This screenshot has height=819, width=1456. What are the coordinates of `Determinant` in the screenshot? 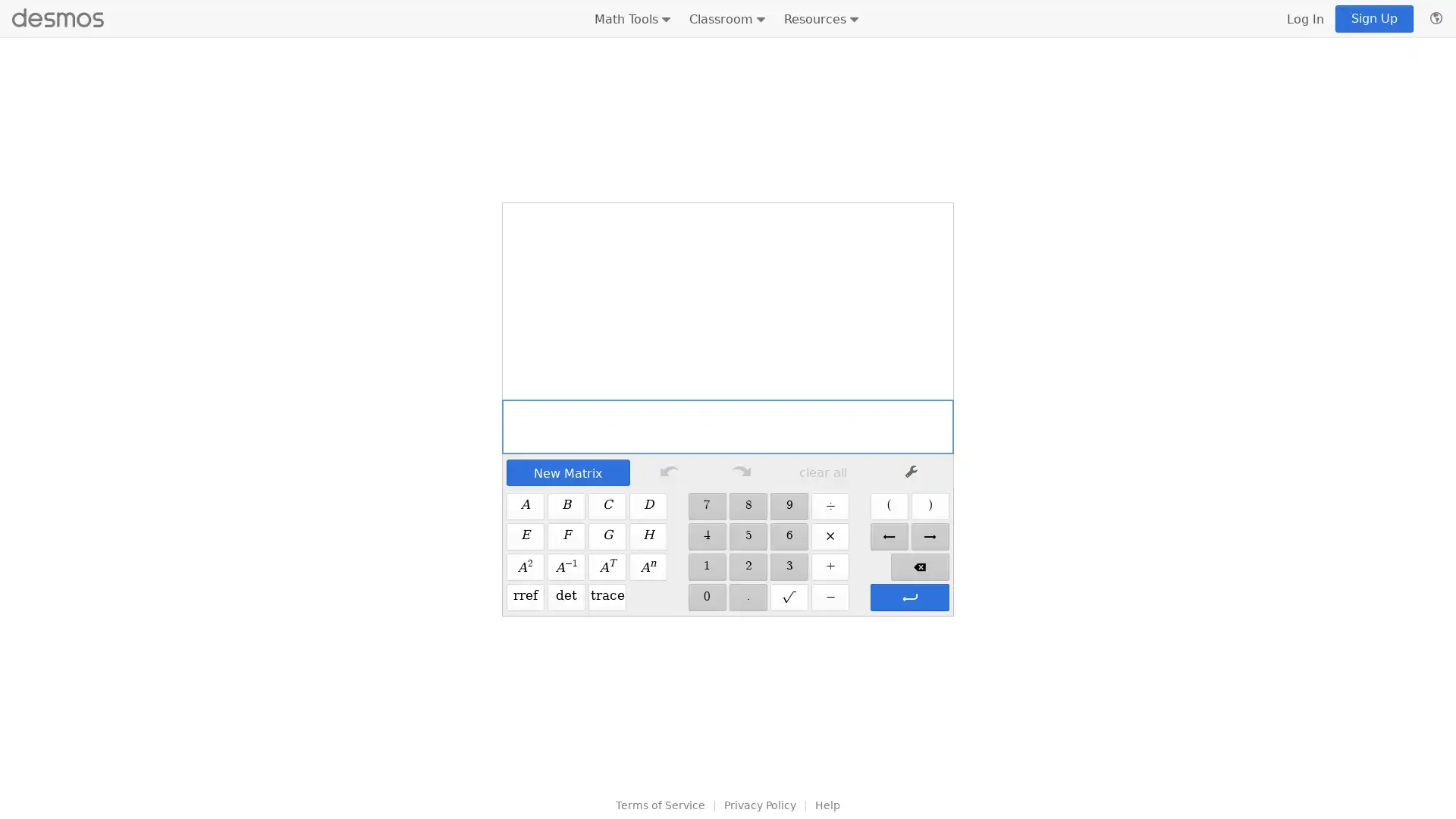 It's located at (566, 596).